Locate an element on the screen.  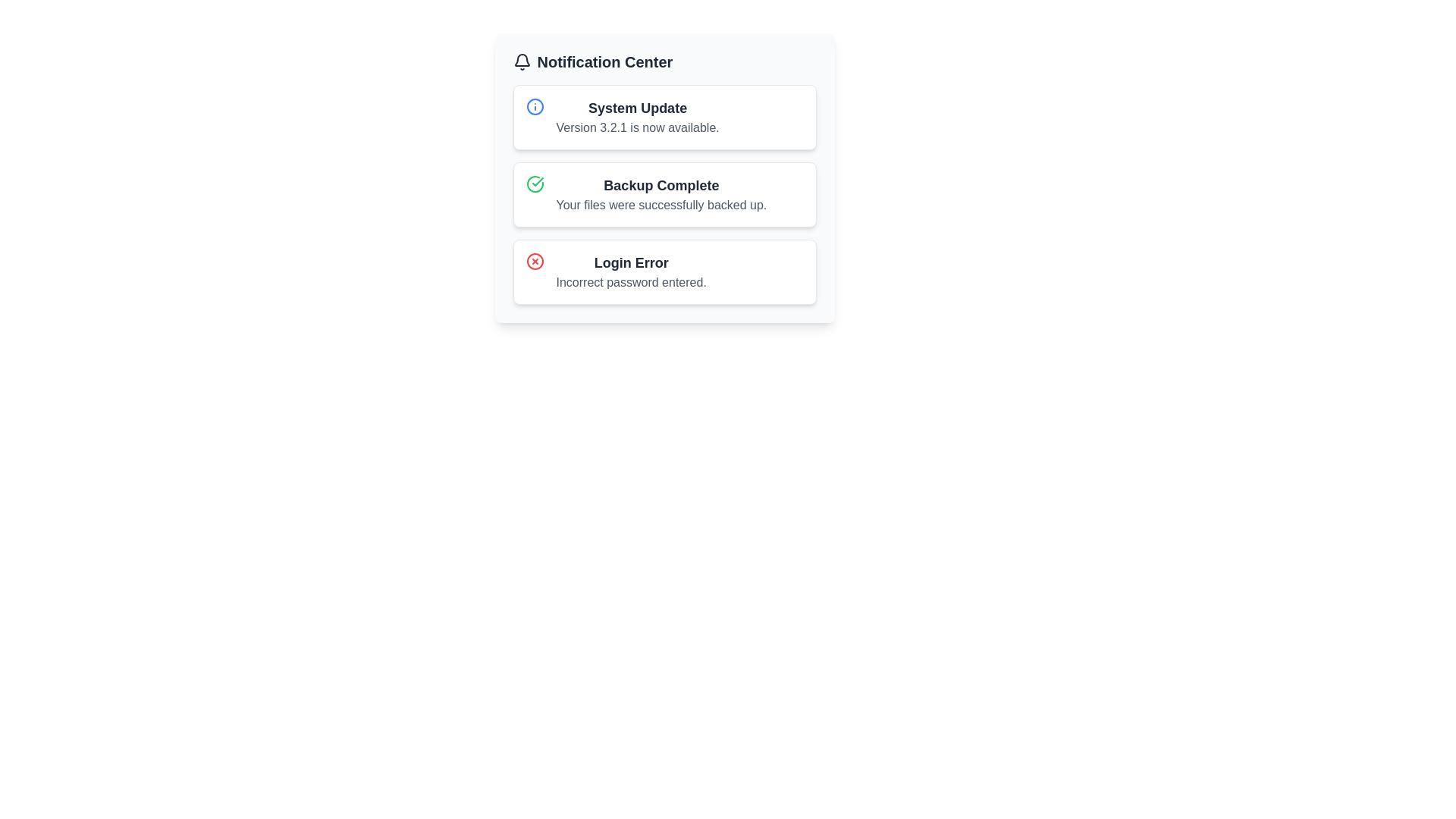
message content of the text block displaying 'Backup Complete' and 'Your files were successfully backed up.' which is located in the second notification card under the 'Notification Center' header is located at coordinates (661, 194).